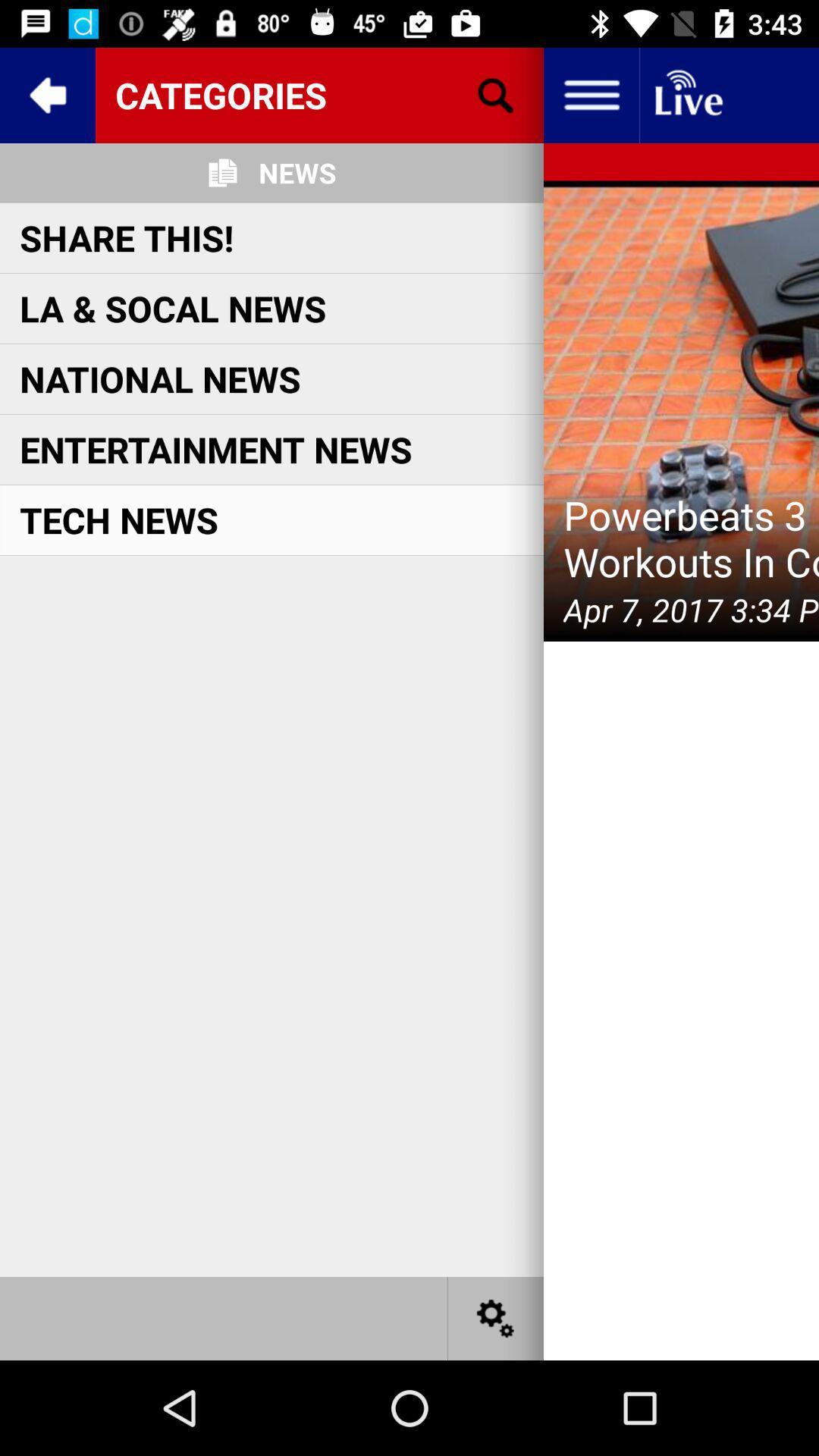 This screenshot has width=819, height=1456. Describe the element at coordinates (46, 94) in the screenshot. I see `back` at that location.